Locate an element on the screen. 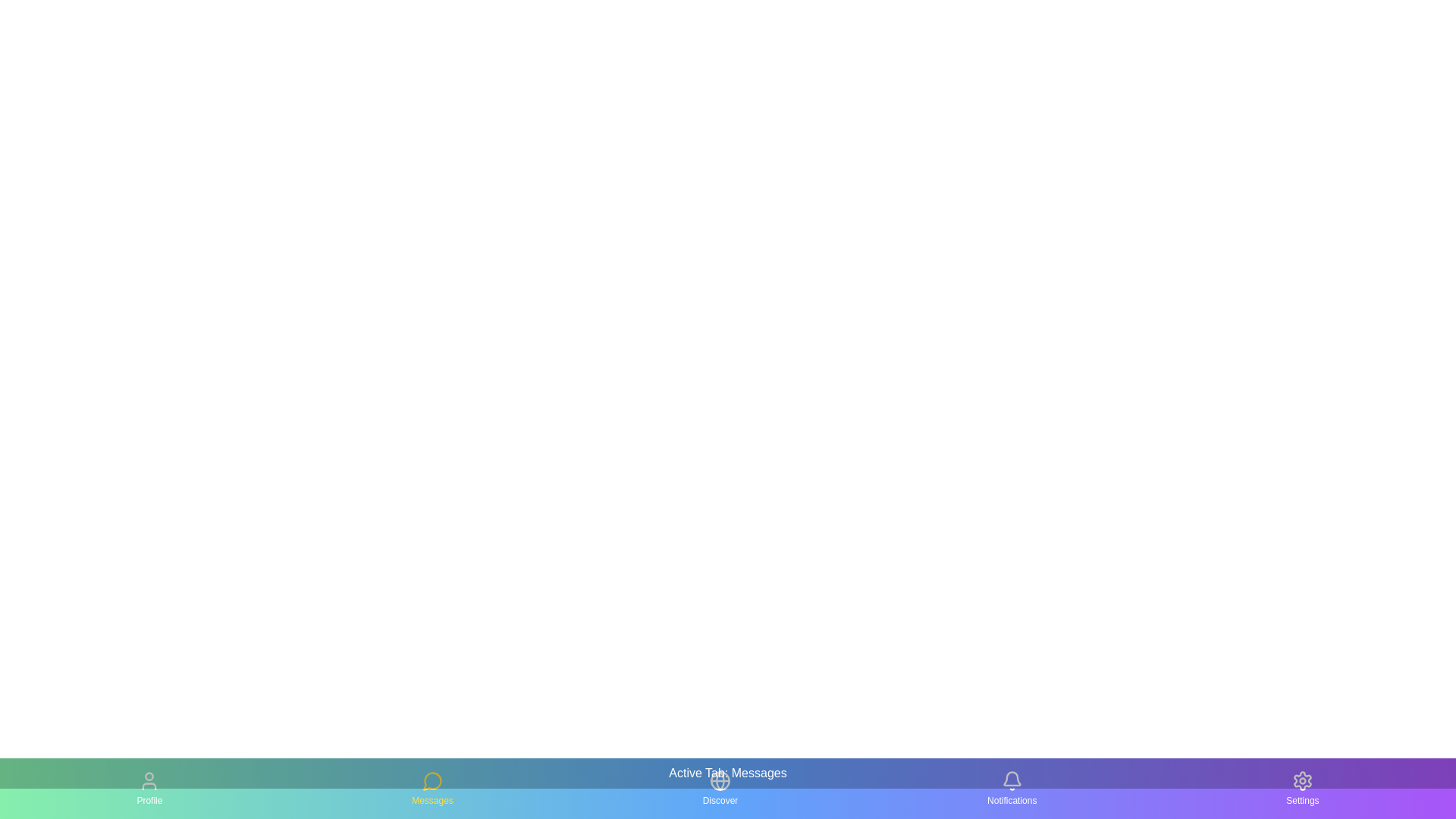  the tab icon corresponding to Settings is located at coordinates (1301, 788).